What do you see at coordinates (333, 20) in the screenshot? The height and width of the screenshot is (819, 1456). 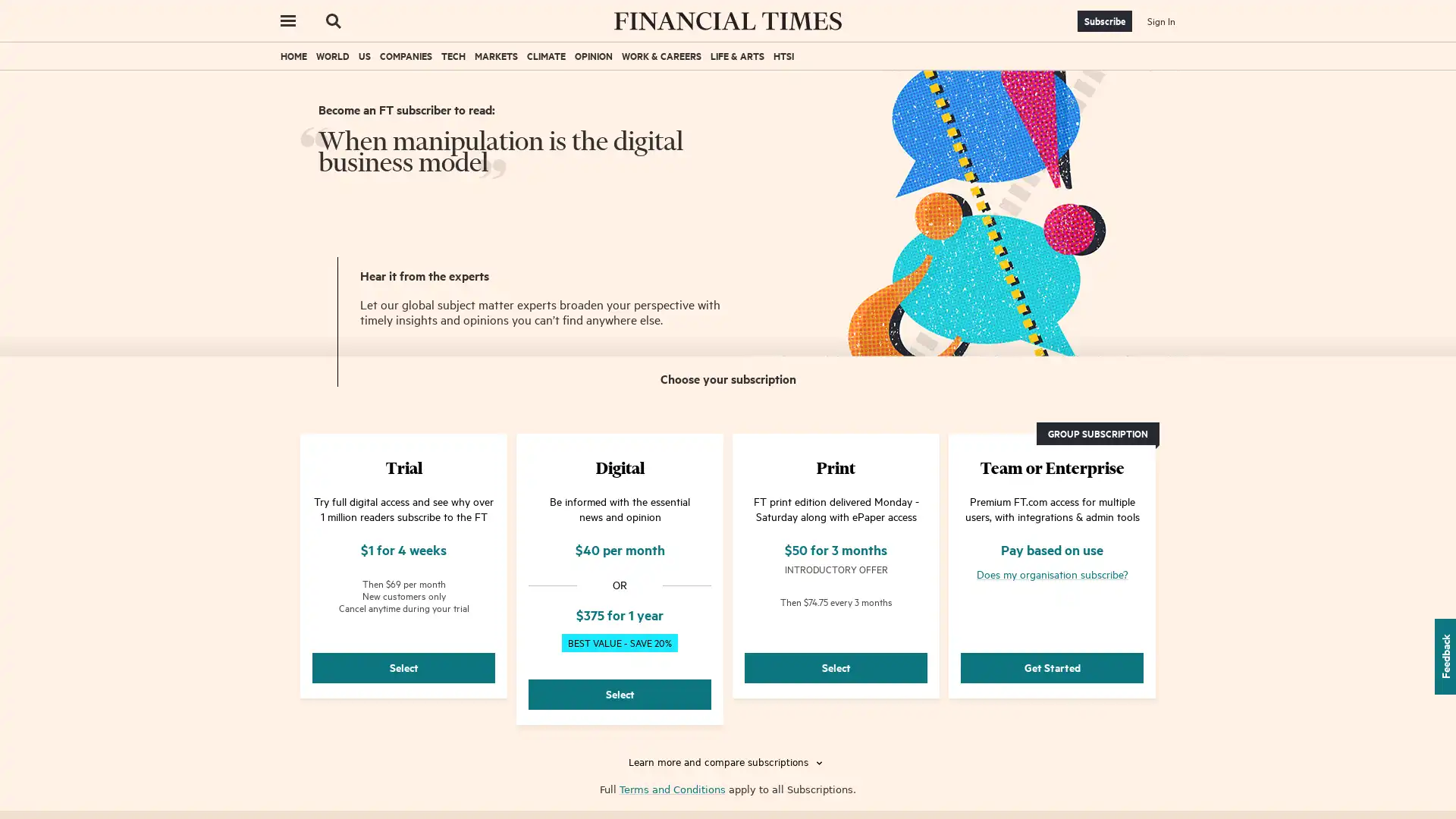 I see `OPEN SEARCH BAR` at bounding box center [333, 20].